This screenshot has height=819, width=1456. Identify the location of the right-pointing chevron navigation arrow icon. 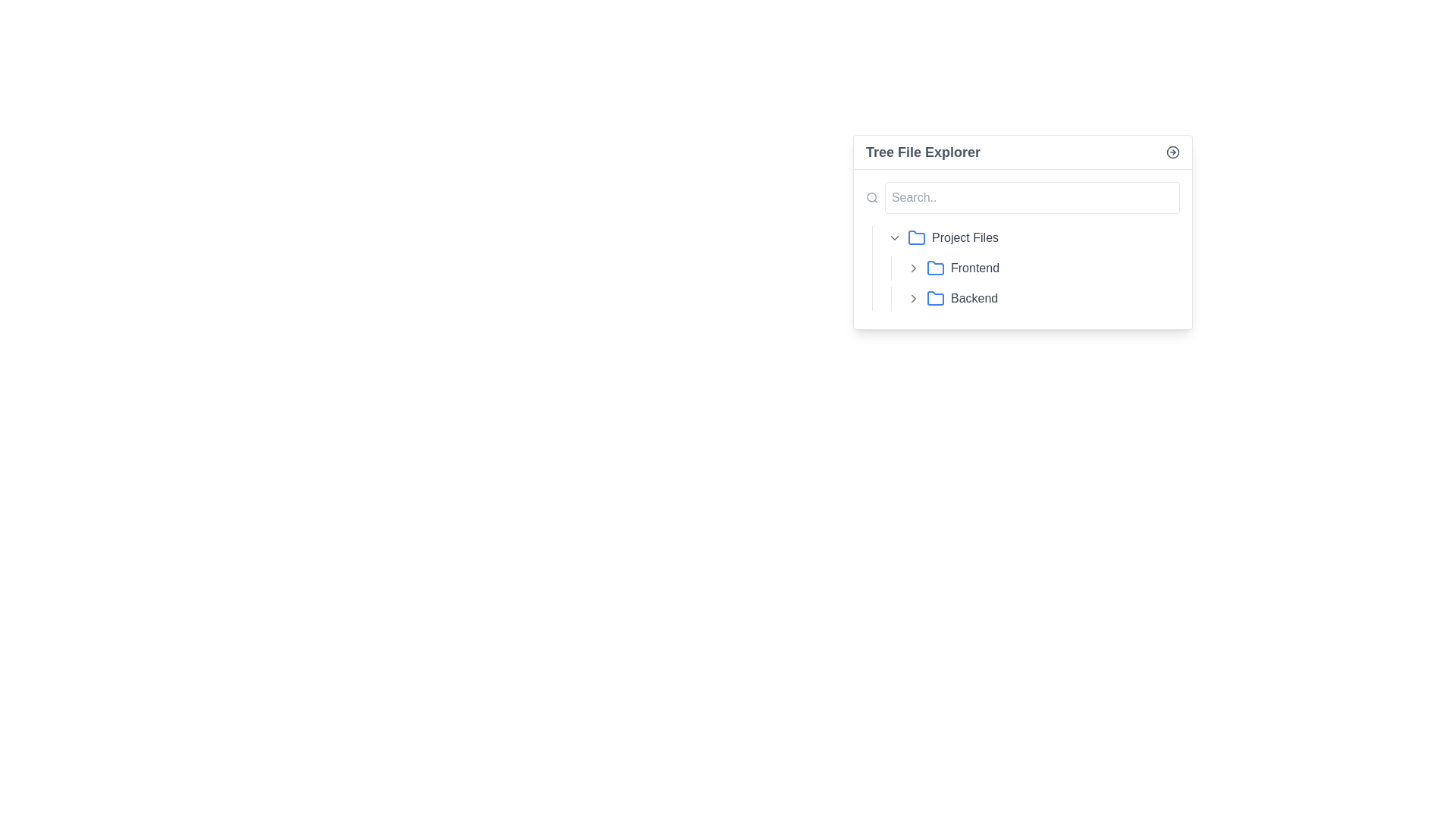
(912, 268).